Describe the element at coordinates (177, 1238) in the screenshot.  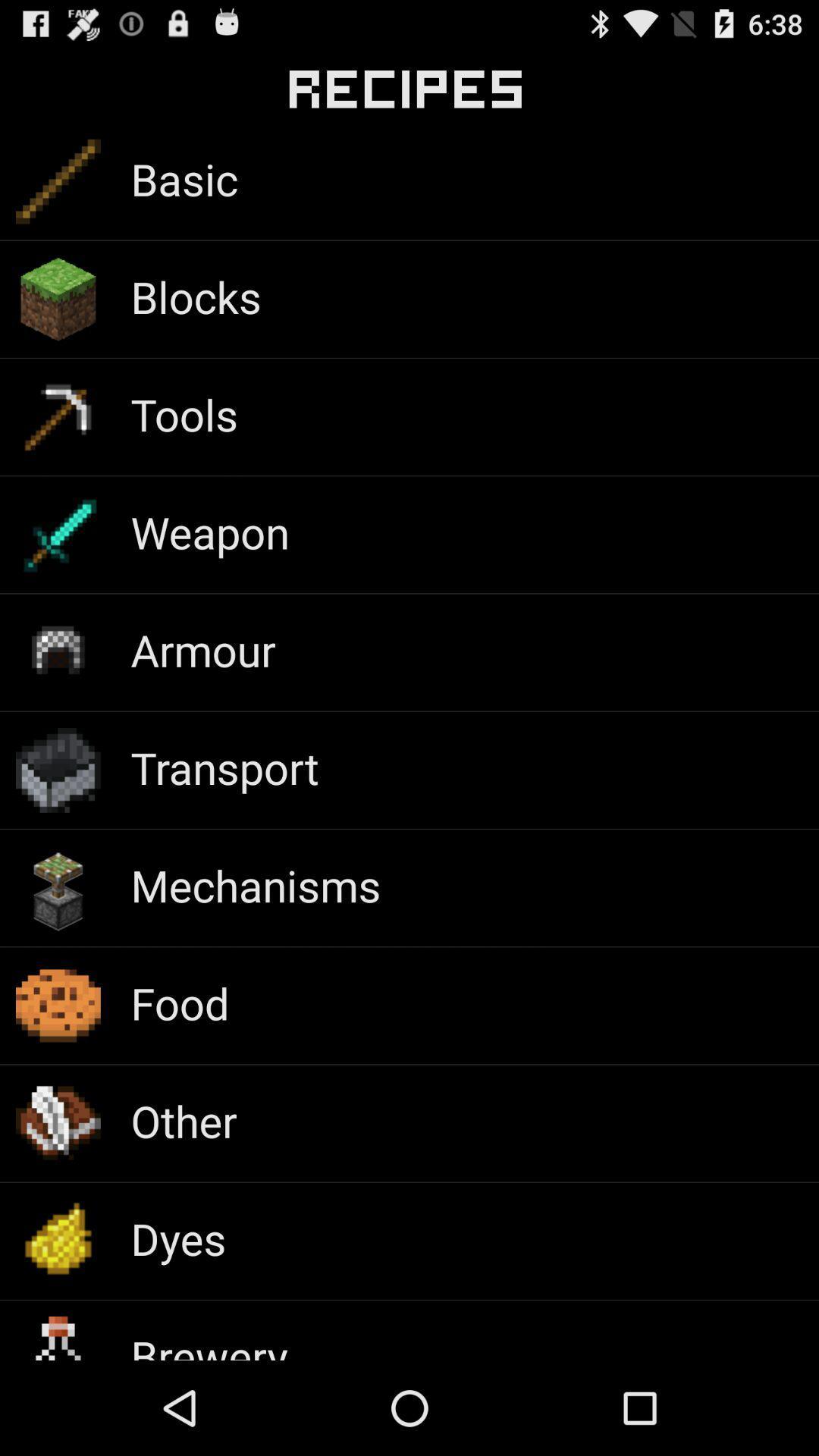
I see `dyes` at that location.